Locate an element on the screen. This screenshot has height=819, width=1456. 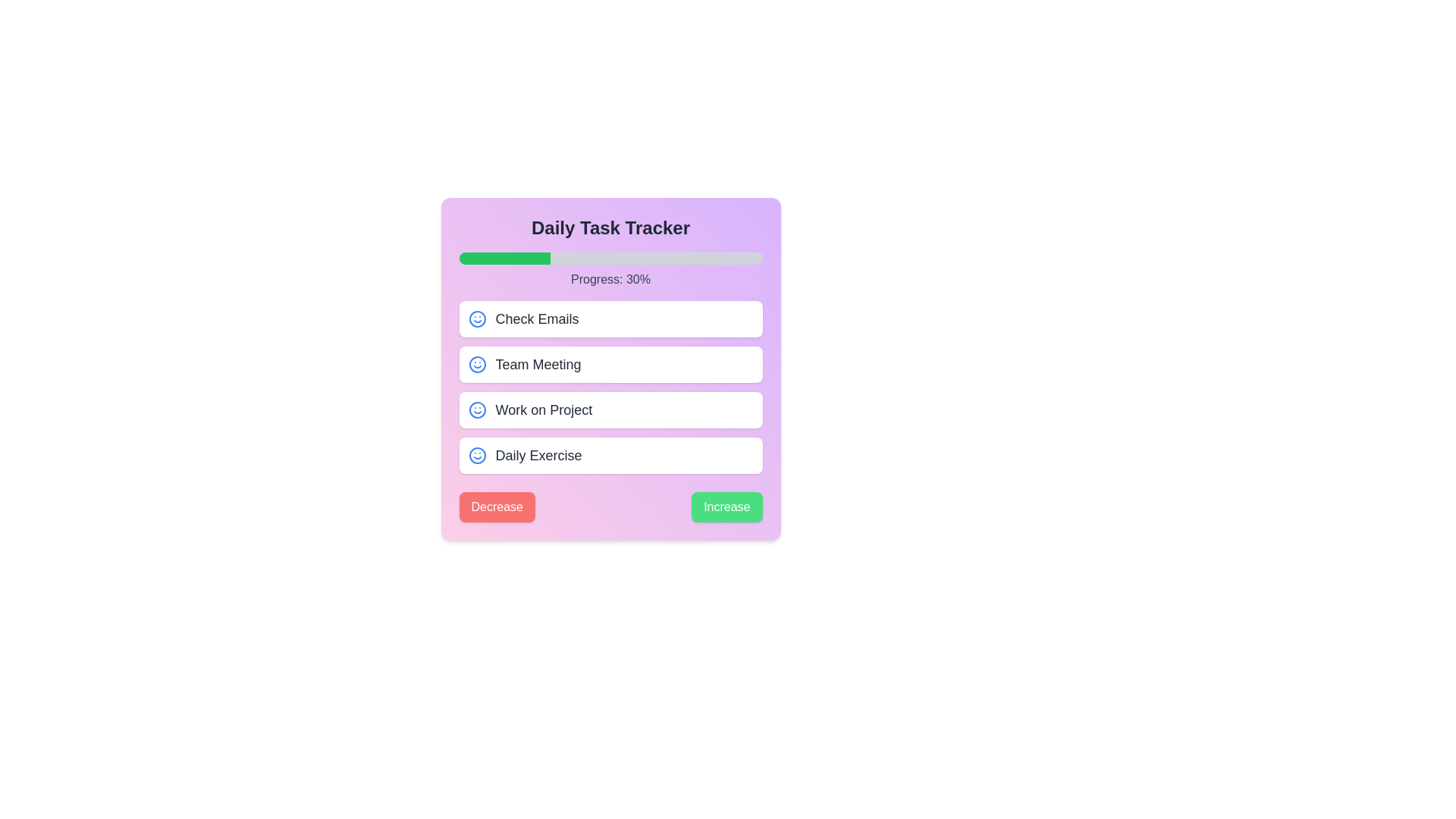
the 'Work on Project' button, which is a rectangular button with a white background and a blue smiley face icon is located at coordinates (610, 409).